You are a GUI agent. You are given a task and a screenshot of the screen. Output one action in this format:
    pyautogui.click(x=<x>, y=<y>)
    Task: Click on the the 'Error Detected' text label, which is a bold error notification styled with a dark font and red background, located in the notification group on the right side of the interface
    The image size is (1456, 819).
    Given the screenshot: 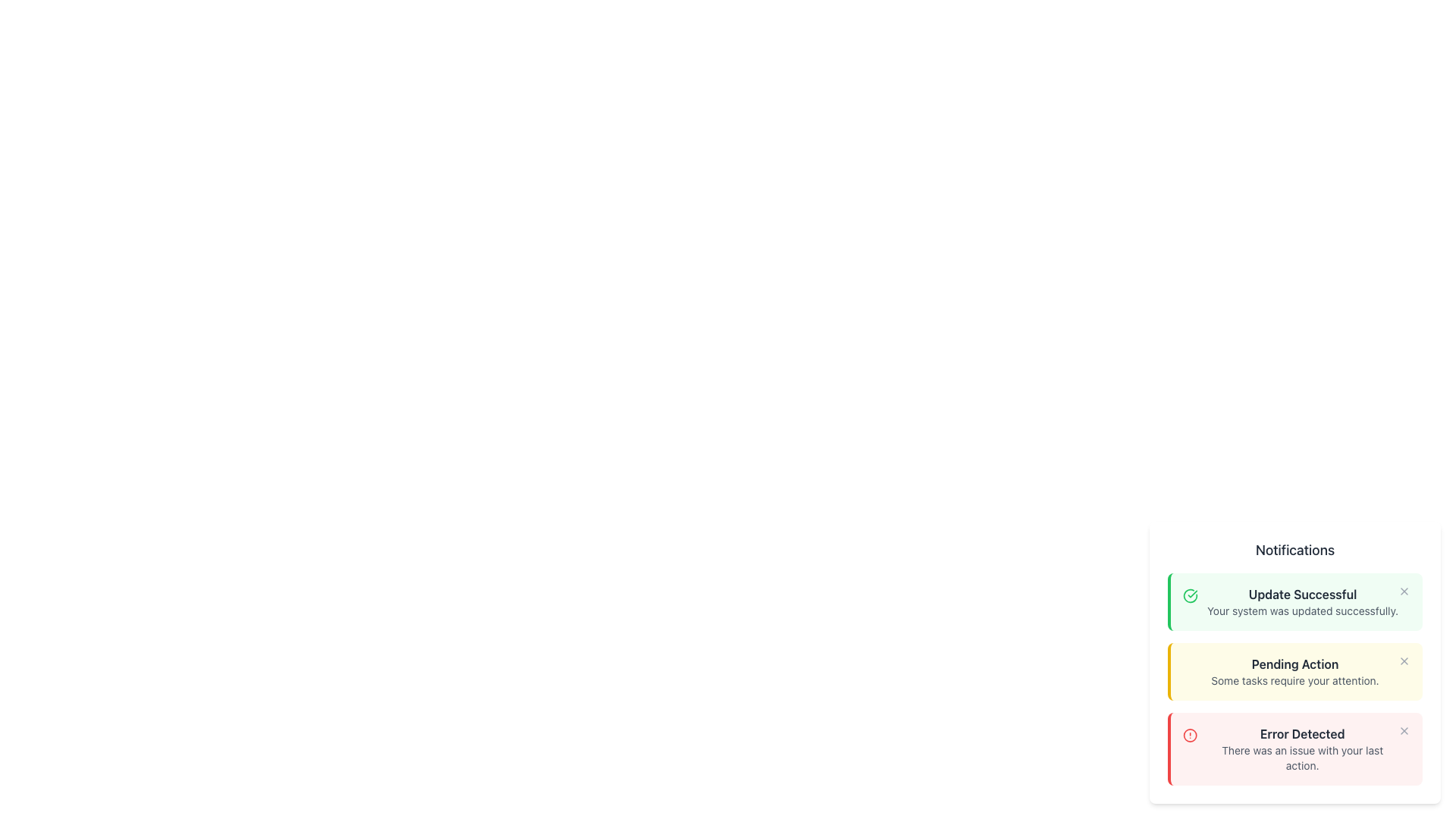 What is the action you would take?
    pyautogui.click(x=1301, y=733)
    